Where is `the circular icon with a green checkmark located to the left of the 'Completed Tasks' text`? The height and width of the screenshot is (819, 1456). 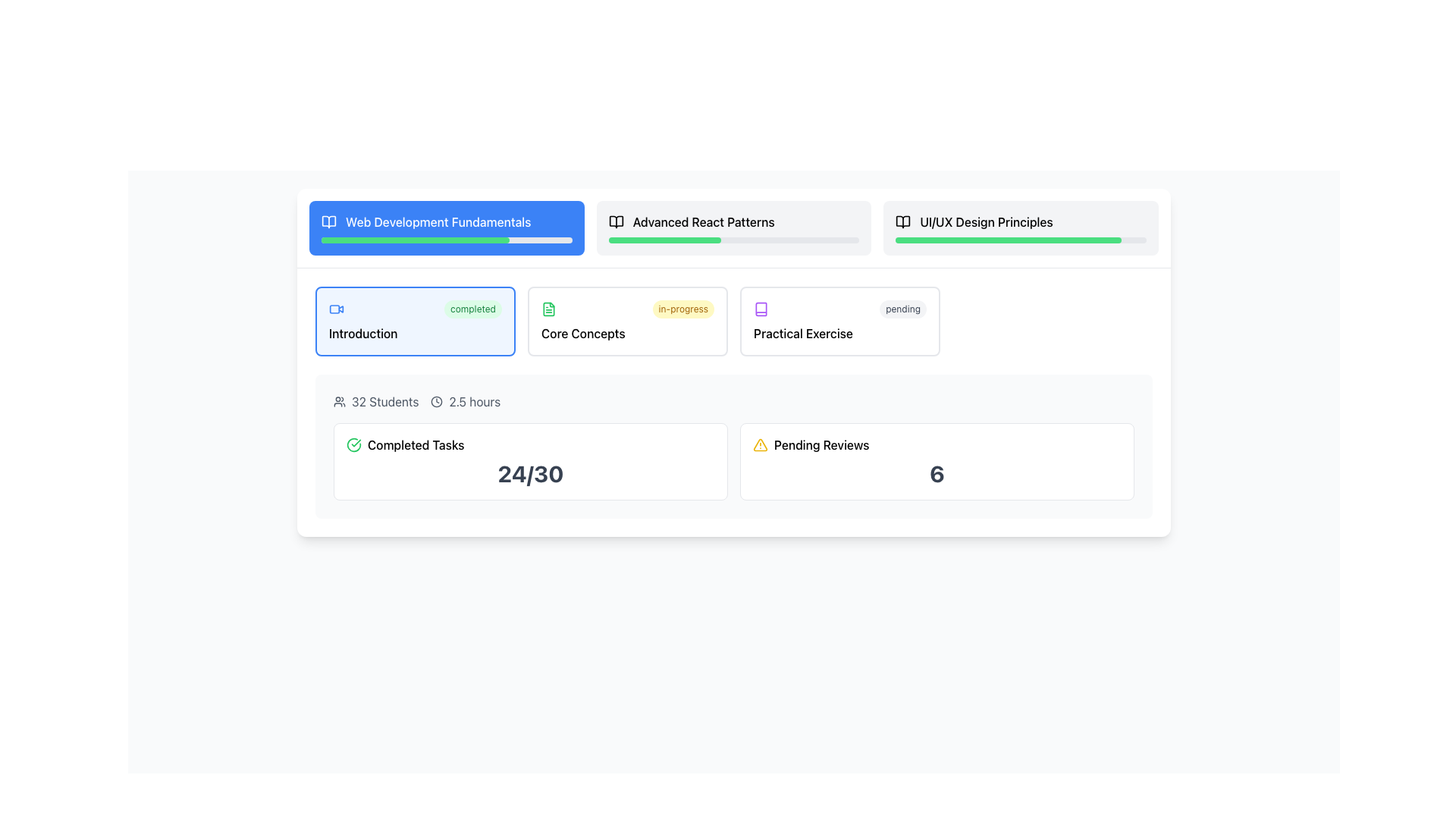
the circular icon with a green checkmark located to the left of the 'Completed Tasks' text is located at coordinates (353, 444).